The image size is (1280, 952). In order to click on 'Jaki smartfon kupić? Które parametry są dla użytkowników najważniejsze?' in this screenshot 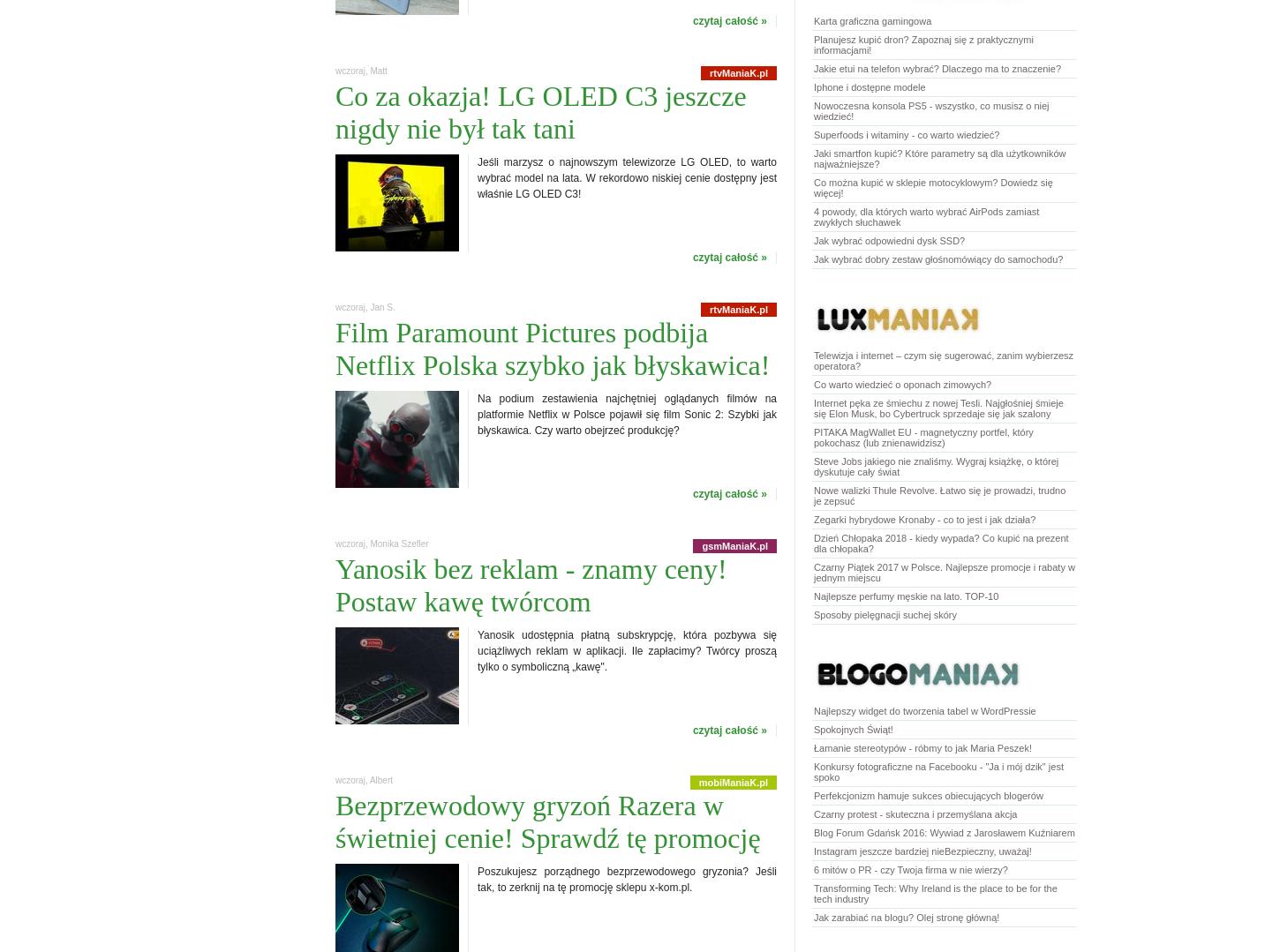, I will do `click(939, 158)`.